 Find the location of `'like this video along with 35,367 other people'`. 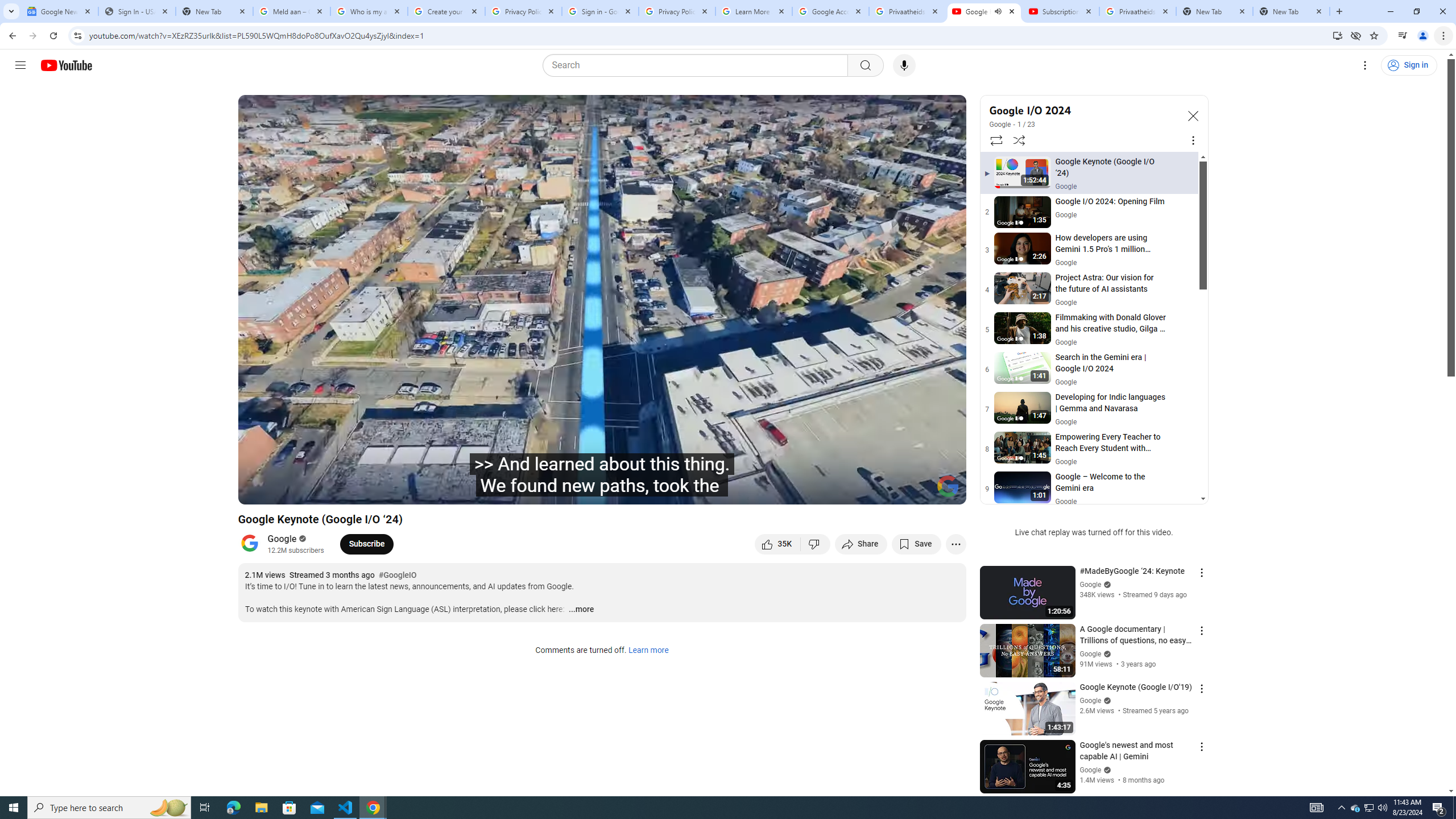

'like this video along with 35,367 other people' is located at coordinates (777, 543).